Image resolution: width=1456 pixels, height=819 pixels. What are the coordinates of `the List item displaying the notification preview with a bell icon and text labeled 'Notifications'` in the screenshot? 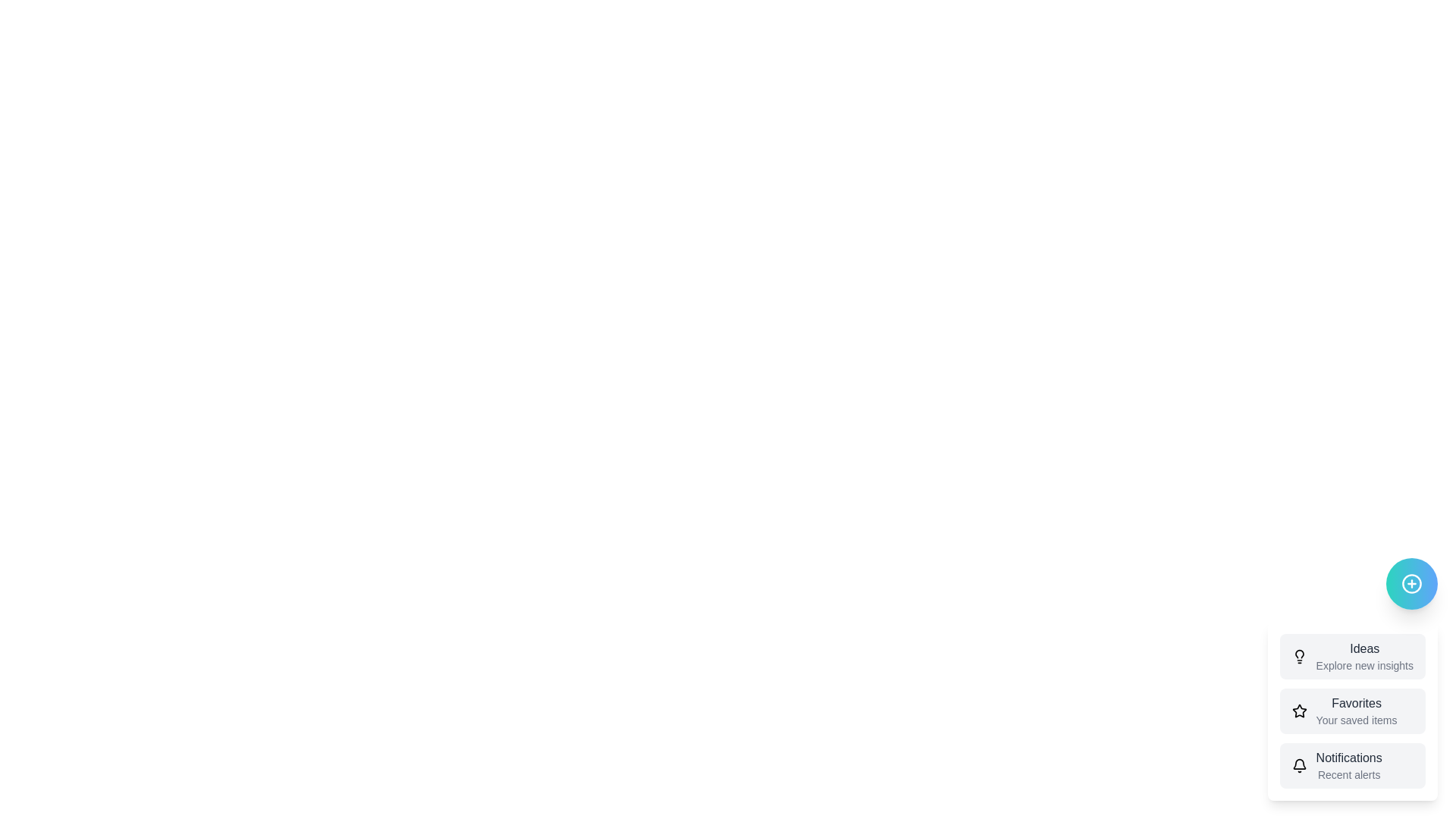 It's located at (1352, 766).